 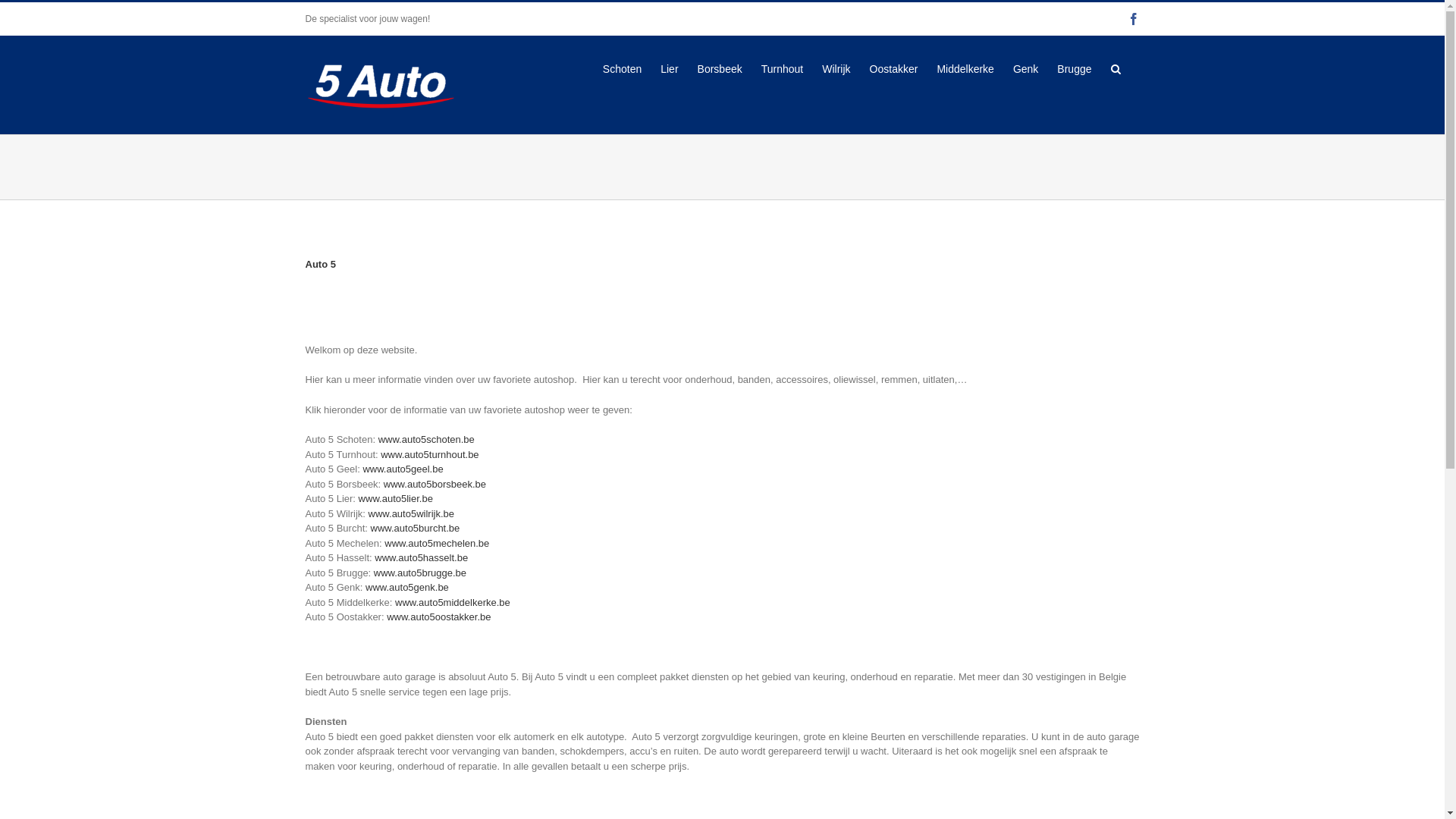 What do you see at coordinates (421, 557) in the screenshot?
I see `'www.auto5hasselt.be'` at bounding box center [421, 557].